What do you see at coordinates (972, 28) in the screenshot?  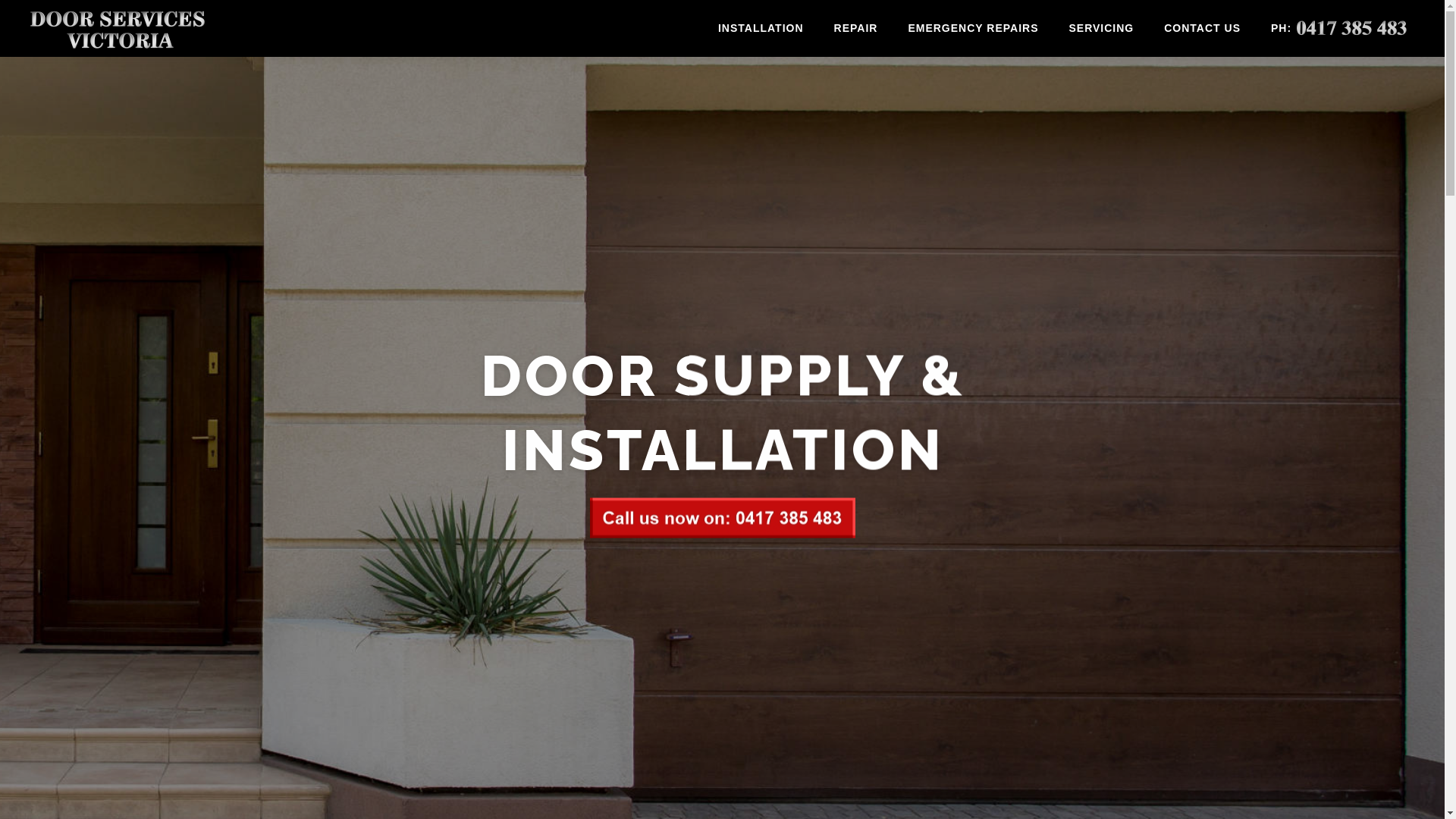 I see `'EMERGENCY REPAIRS'` at bounding box center [972, 28].